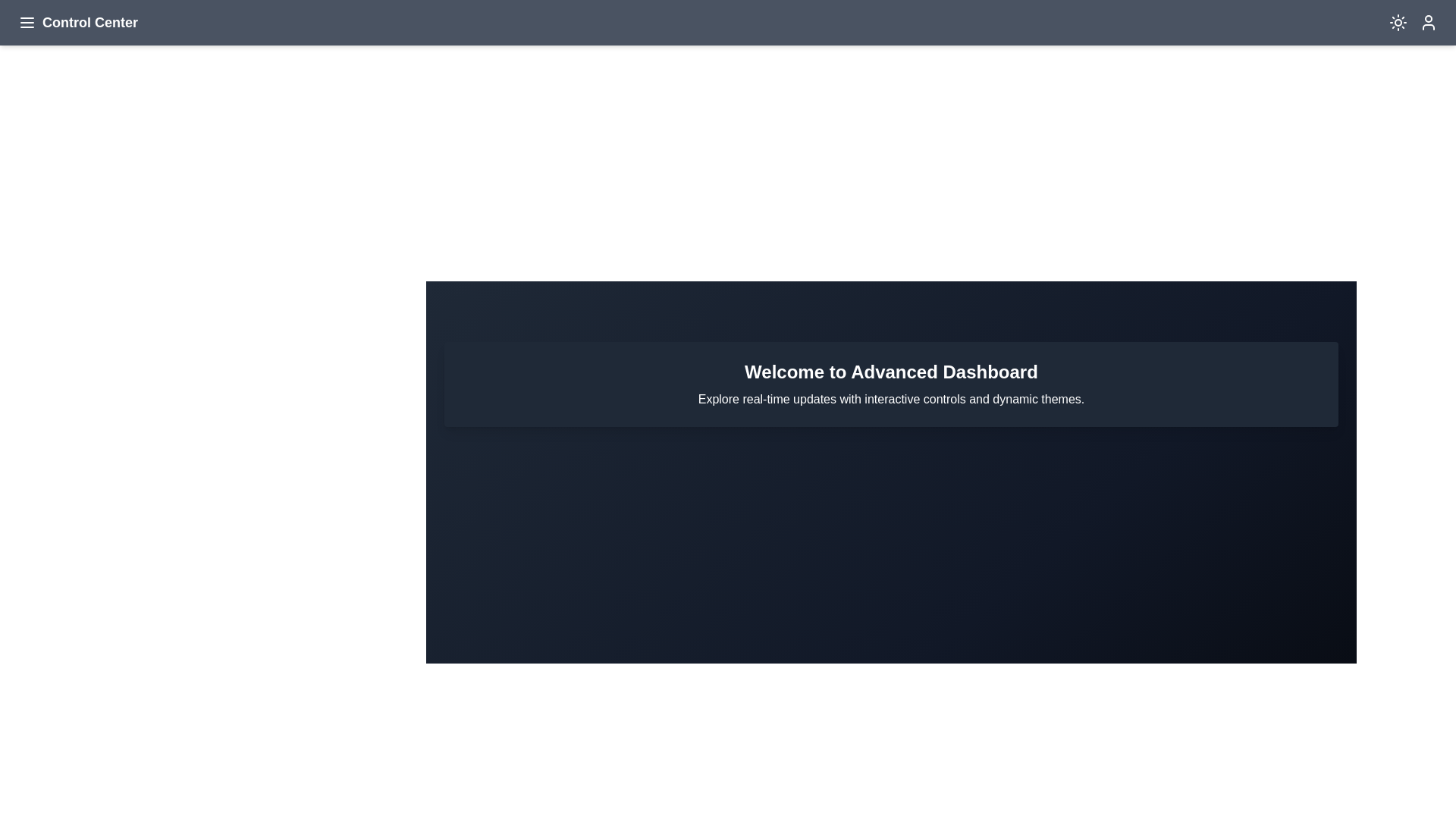  Describe the element at coordinates (1427, 23) in the screenshot. I see `the user icon to access user profile options` at that location.